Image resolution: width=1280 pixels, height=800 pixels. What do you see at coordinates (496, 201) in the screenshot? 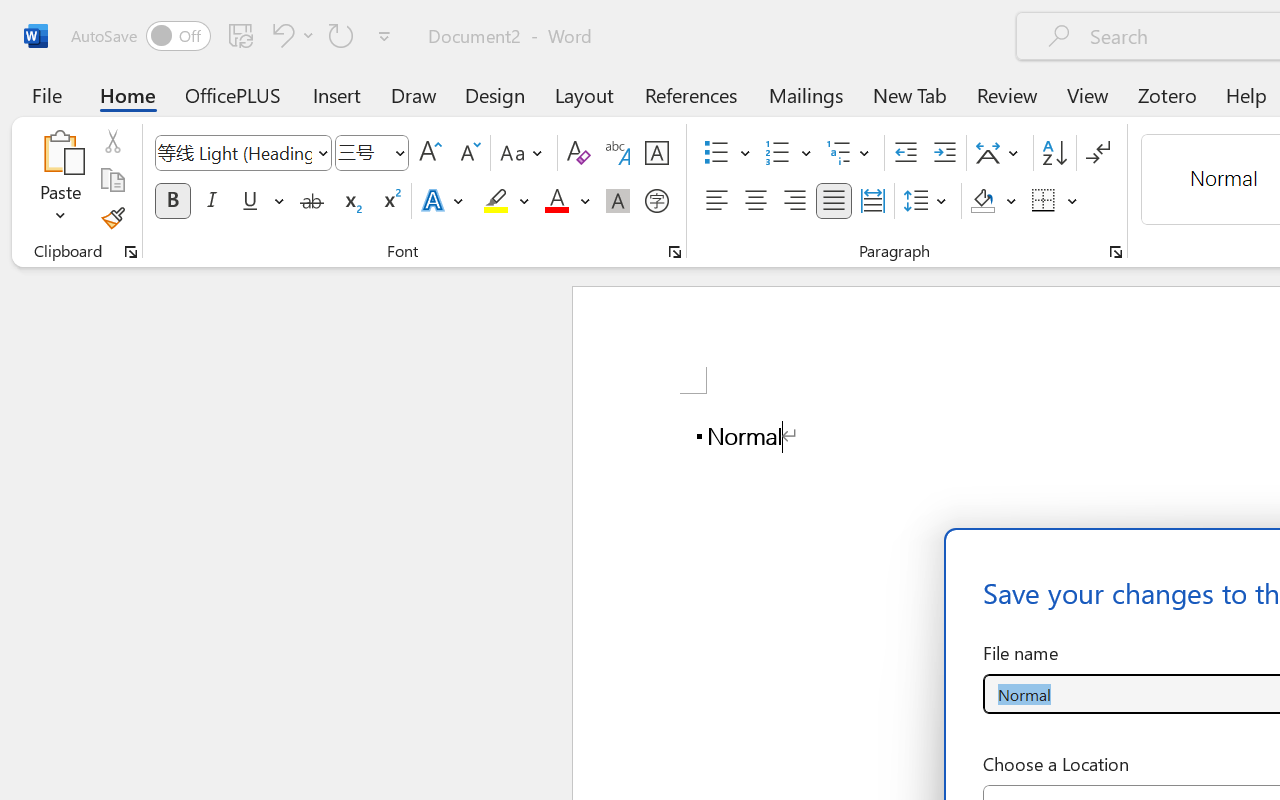
I see `'Text Highlight Color Yellow'` at bounding box center [496, 201].